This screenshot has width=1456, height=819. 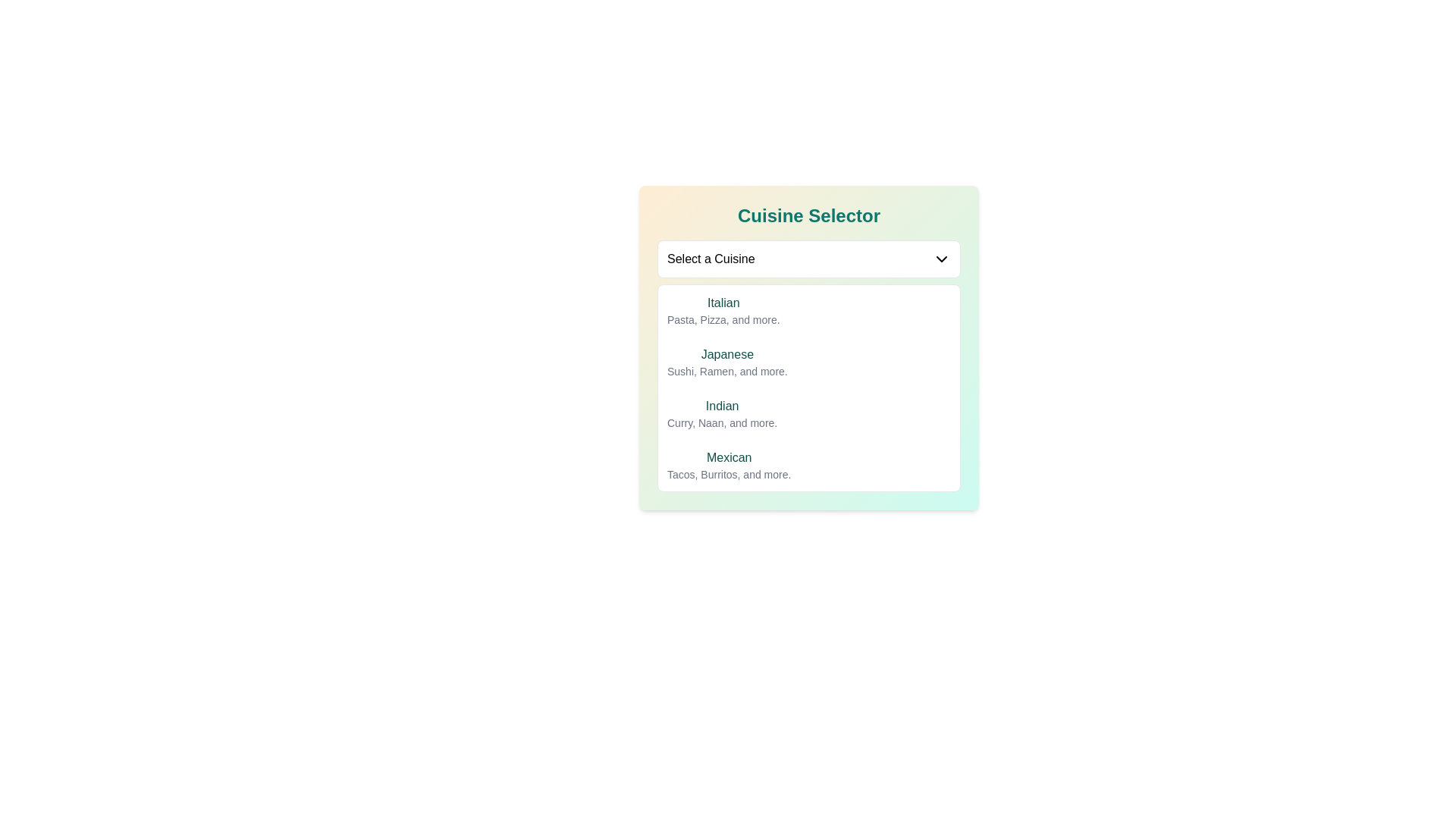 I want to click on the dropdown indicator icon located on the right side of the 'Select a Cuisine' button, so click(x=941, y=259).